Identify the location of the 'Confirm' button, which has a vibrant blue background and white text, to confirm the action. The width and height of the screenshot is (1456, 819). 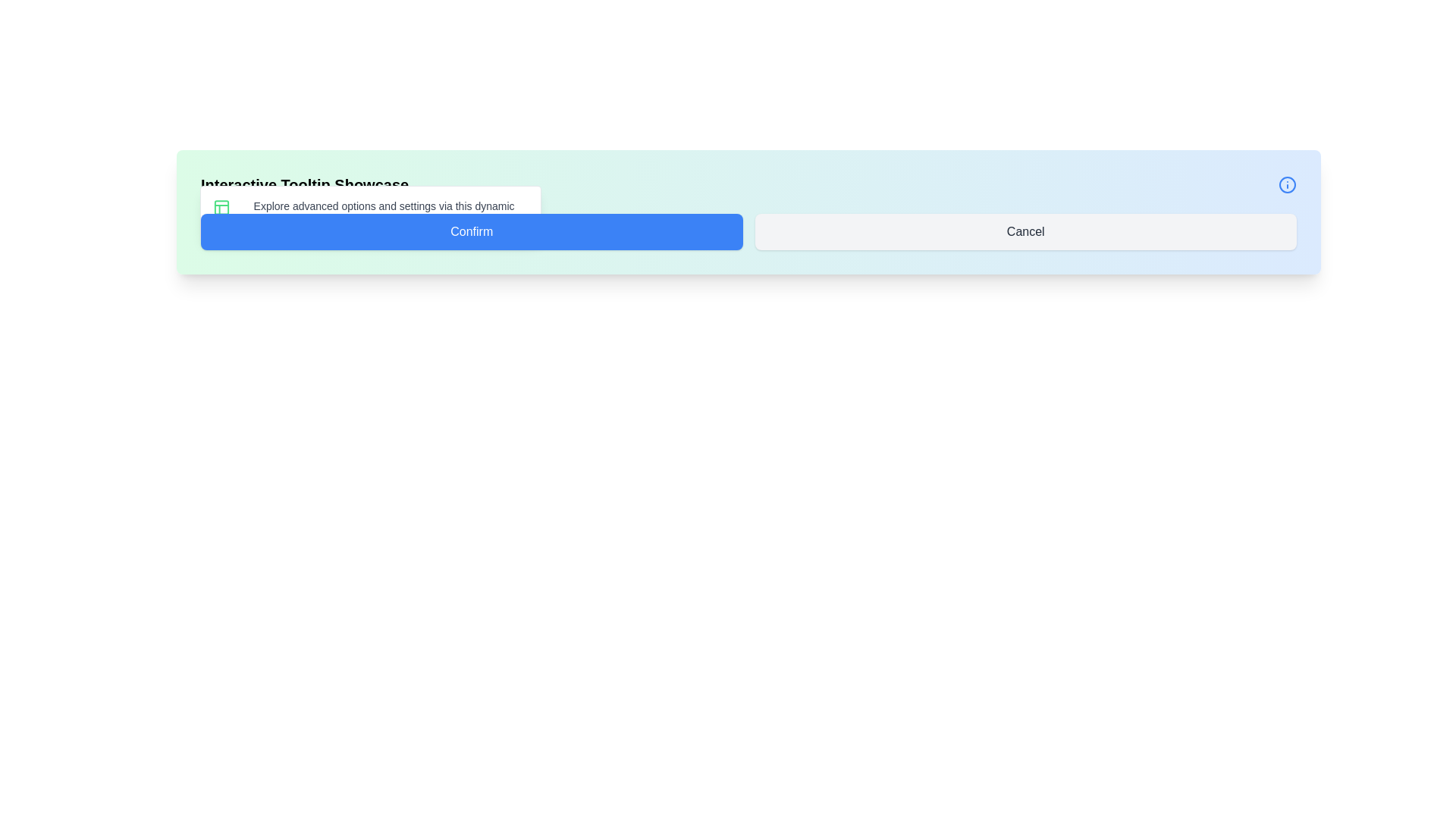
(471, 231).